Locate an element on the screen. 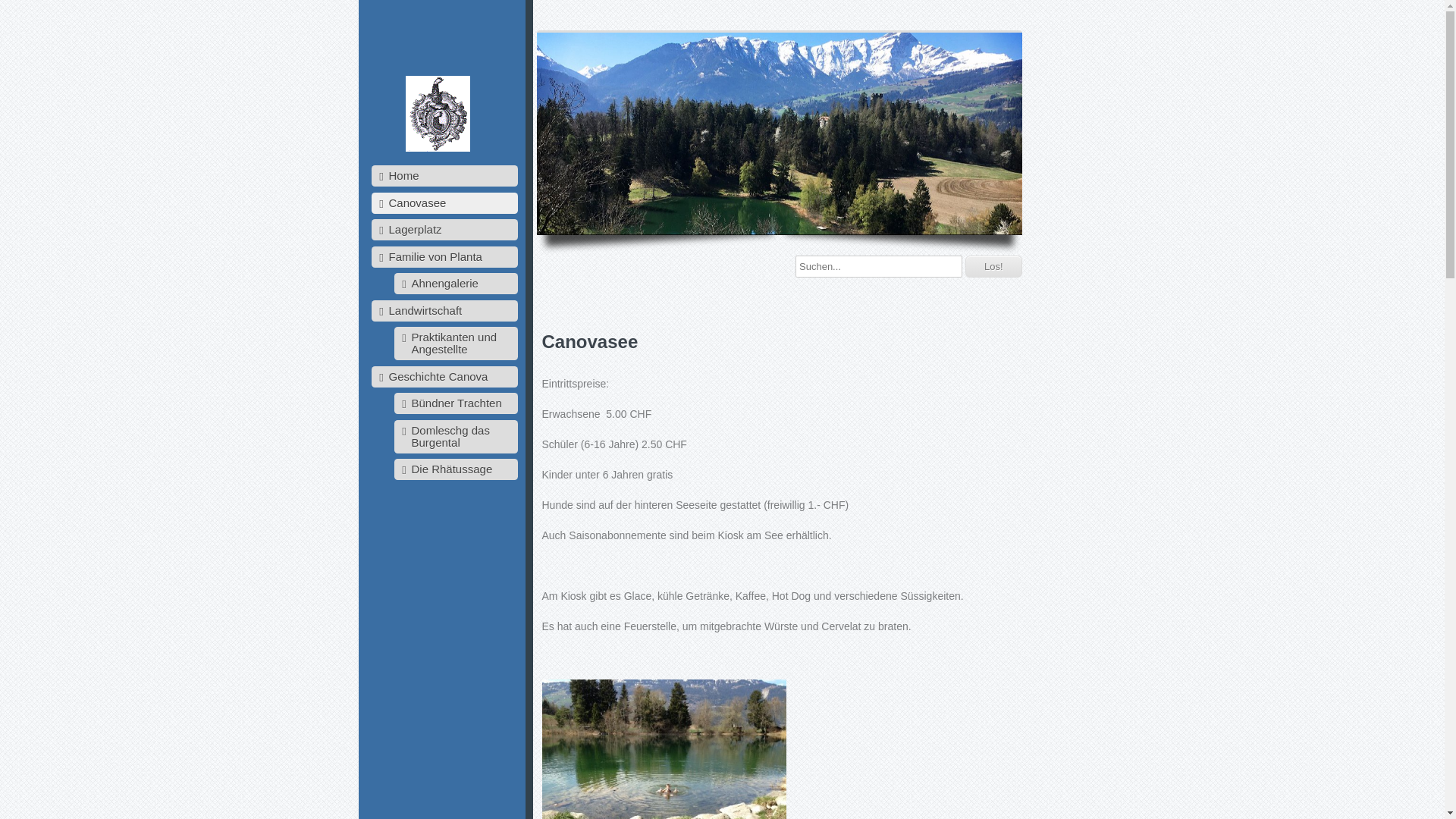 This screenshot has height=819, width=1456. 'Ahnengalerie' is located at coordinates (455, 284).